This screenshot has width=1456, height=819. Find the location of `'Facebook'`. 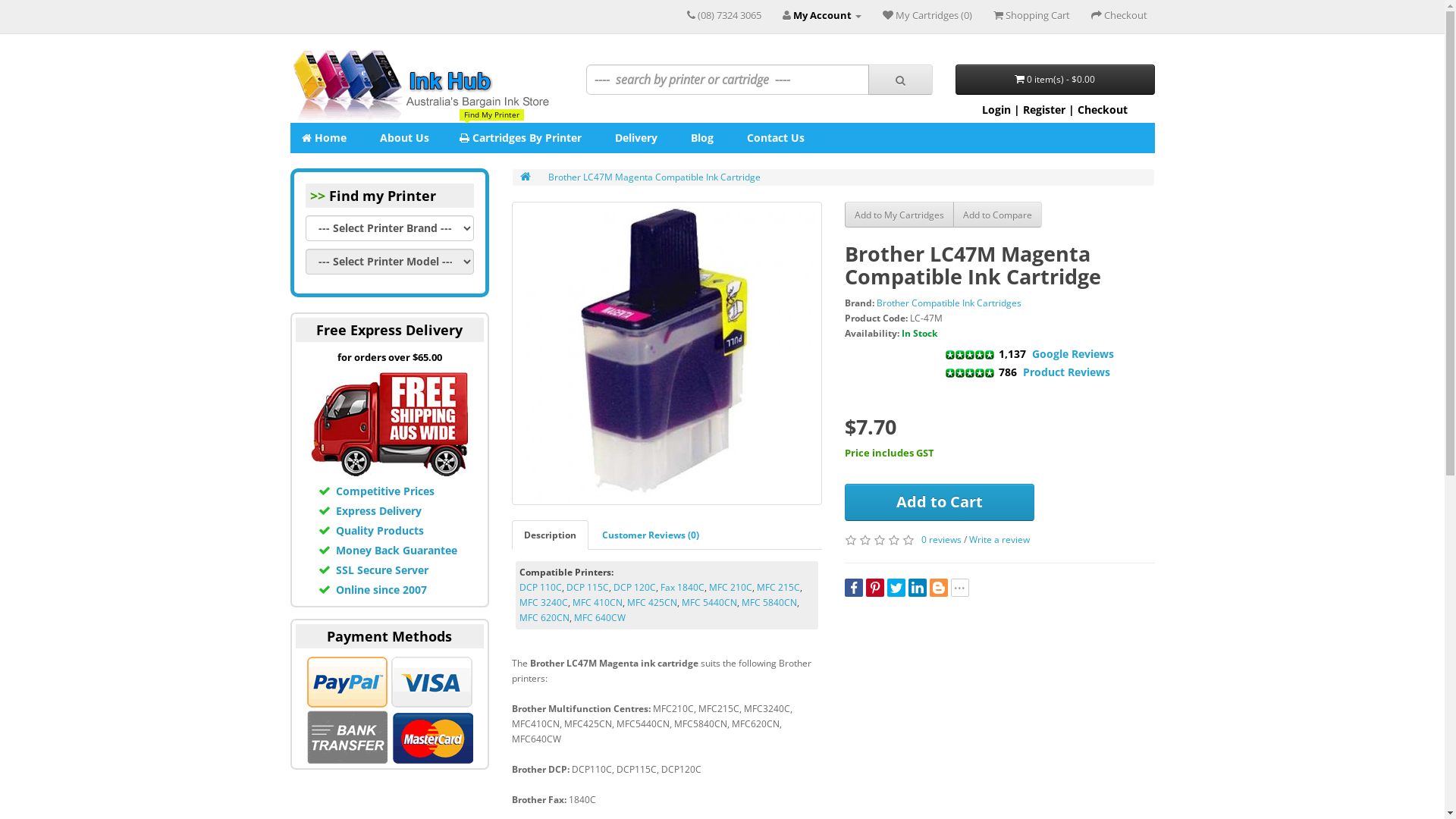

'Facebook' is located at coordinates (854, 587).